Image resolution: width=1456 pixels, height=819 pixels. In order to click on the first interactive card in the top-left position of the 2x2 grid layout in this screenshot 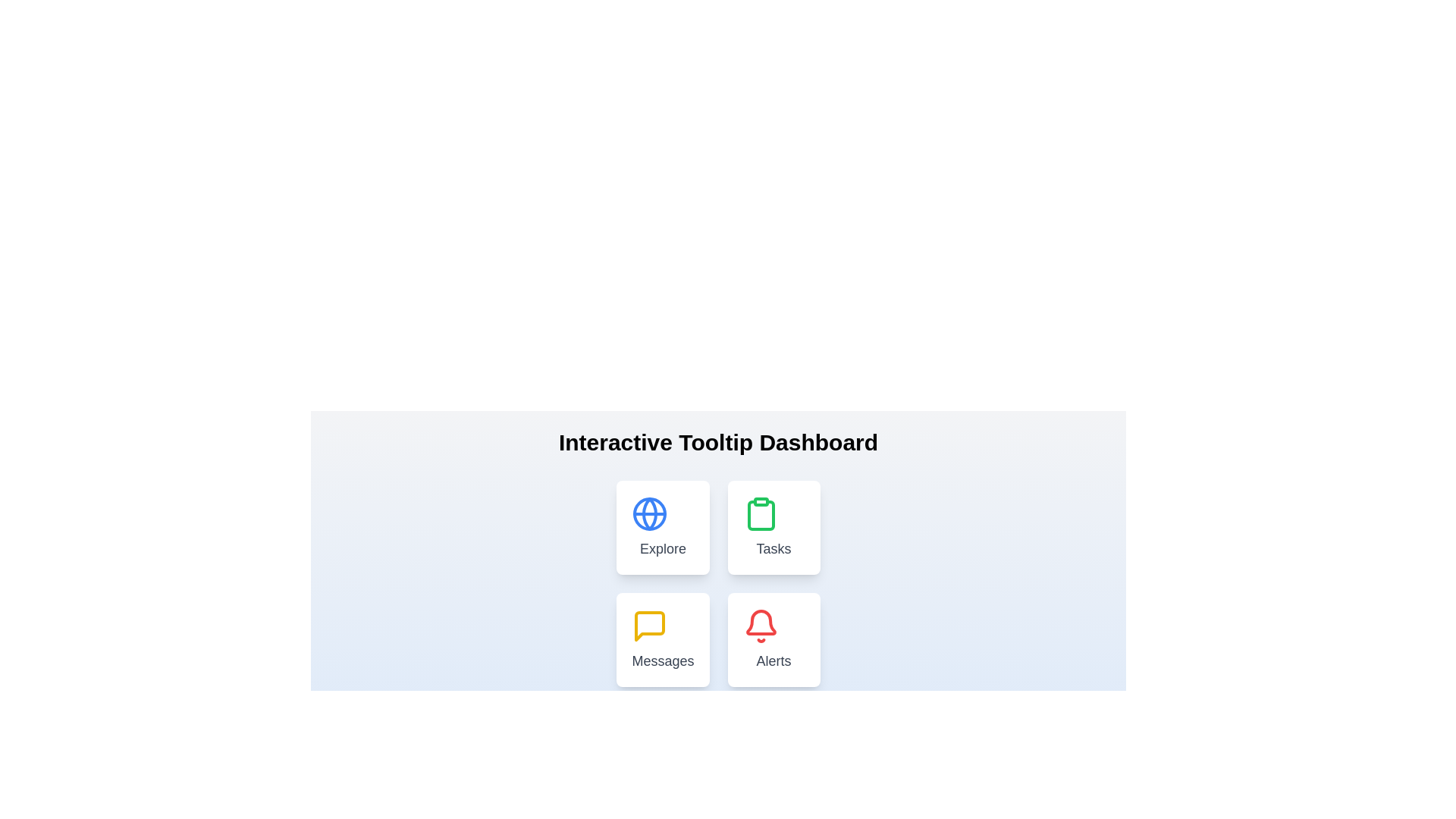, I will do `click(663, 526)`.